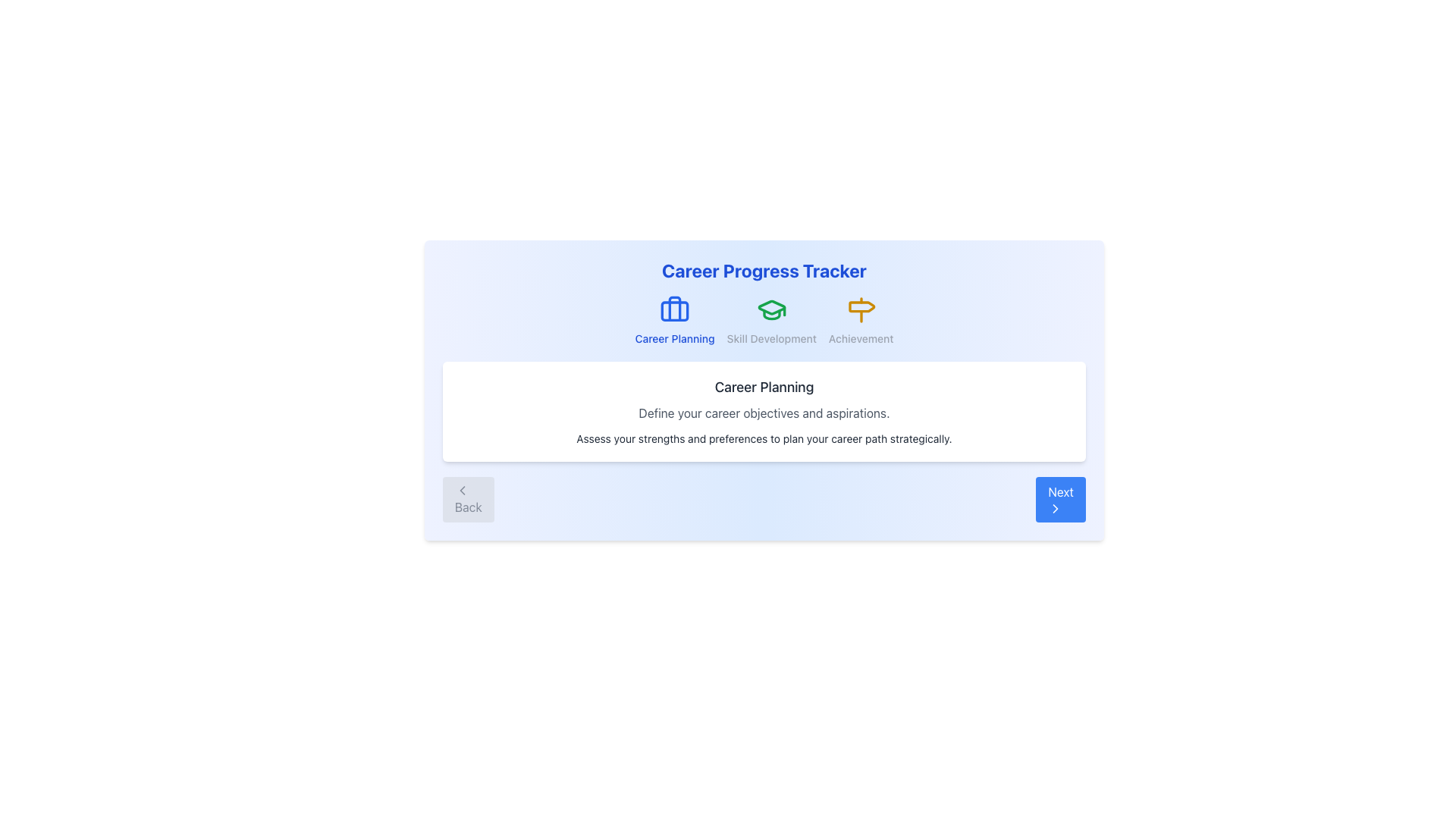 The width and height of the screenshot is (1456, 819). What do you see at coordinates (771, 338) in the screenshot?
I see `the middle text label in the navigation menu that indicates skill development, positioned between 'Career Planning' and 'Achievement', below a green graduation cap icon` at bounding box center [771, 338].